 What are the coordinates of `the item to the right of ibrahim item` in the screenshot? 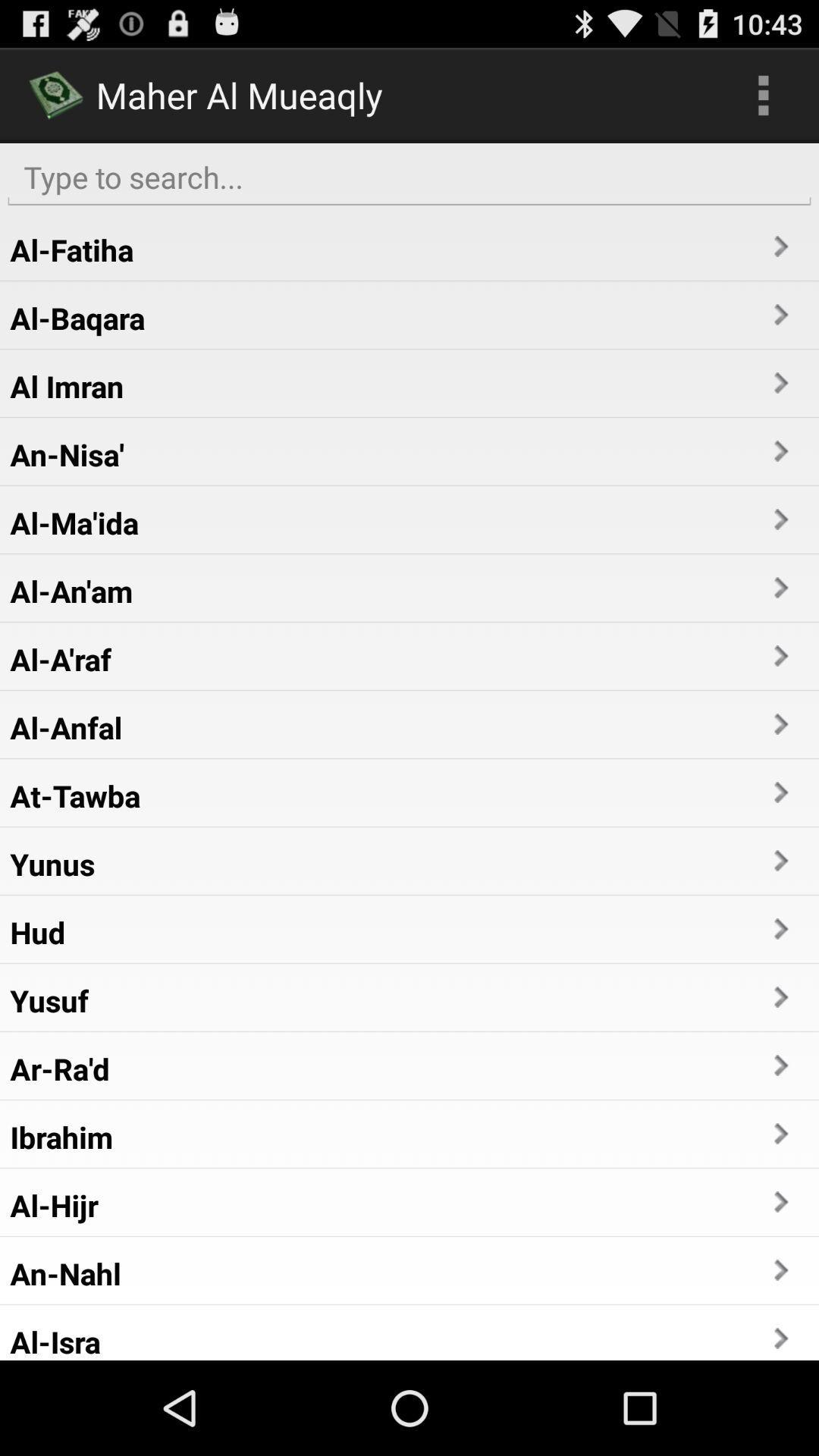 It's located at (780, 1134).